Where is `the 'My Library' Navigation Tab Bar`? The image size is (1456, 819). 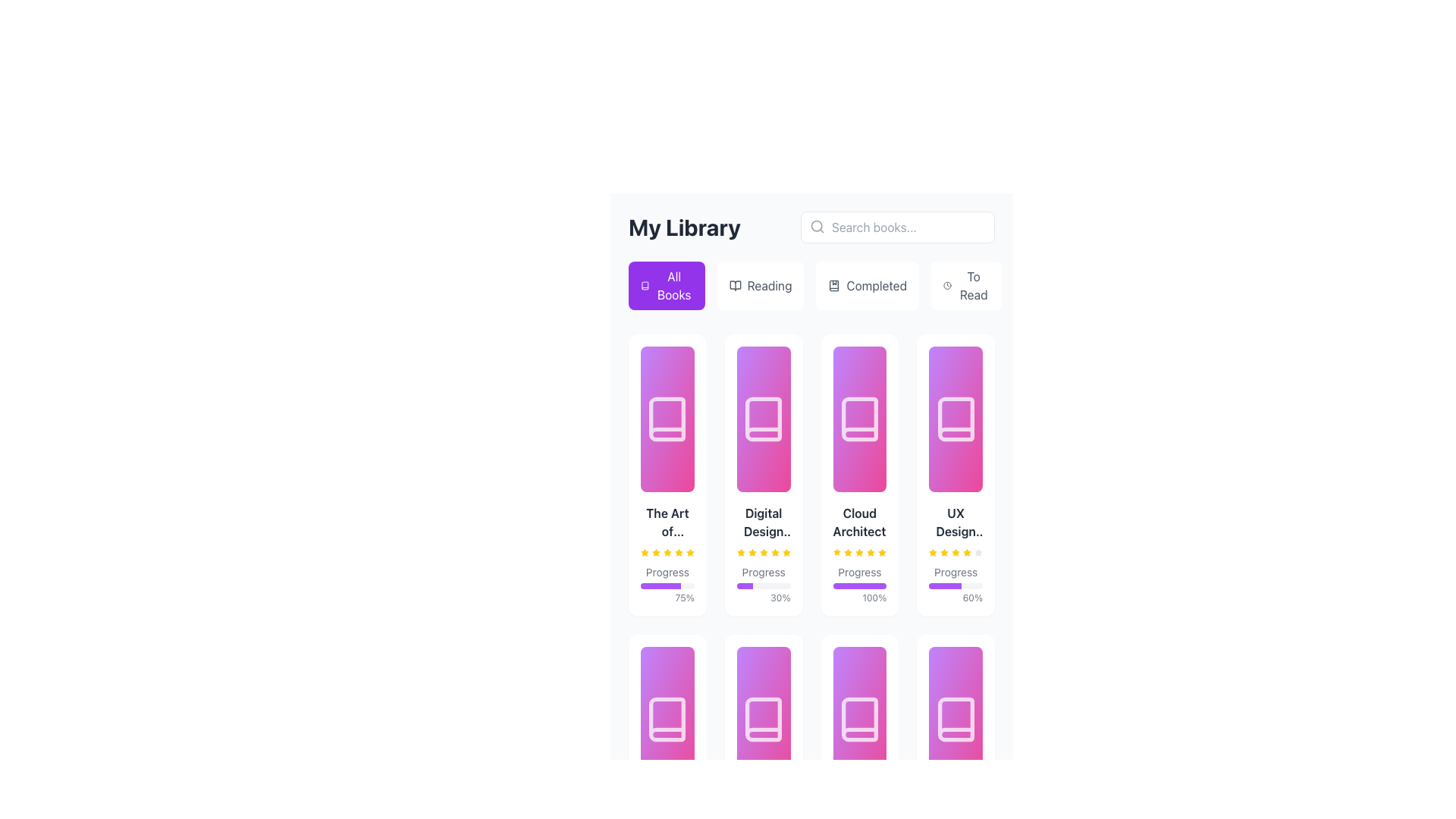 the 'My Library' Navigation Tab Bar is located at coordinates (811, 259).